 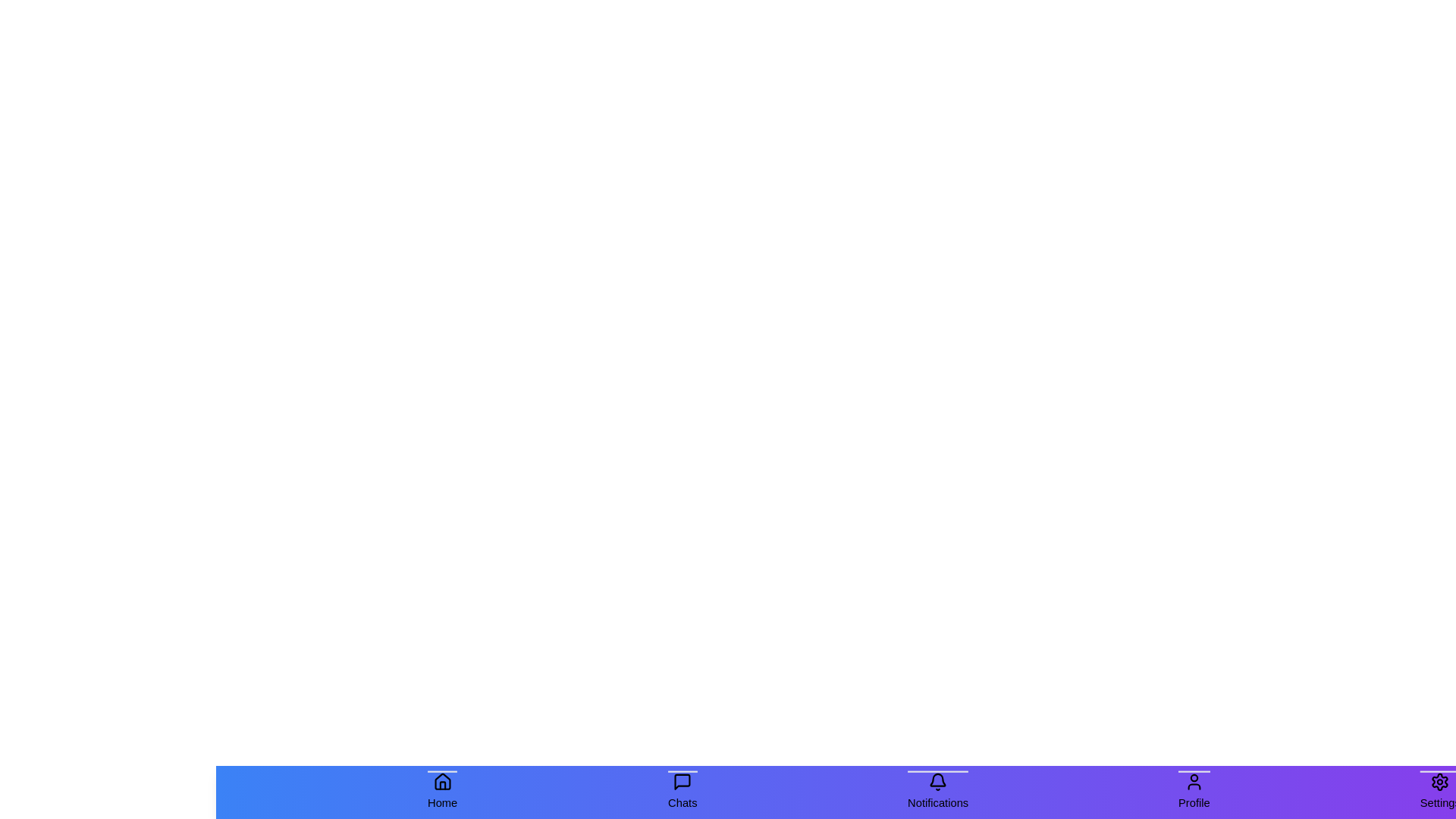 I want to click on the Chats tab in the bottom navigation bar, so click(x=682, y=792).